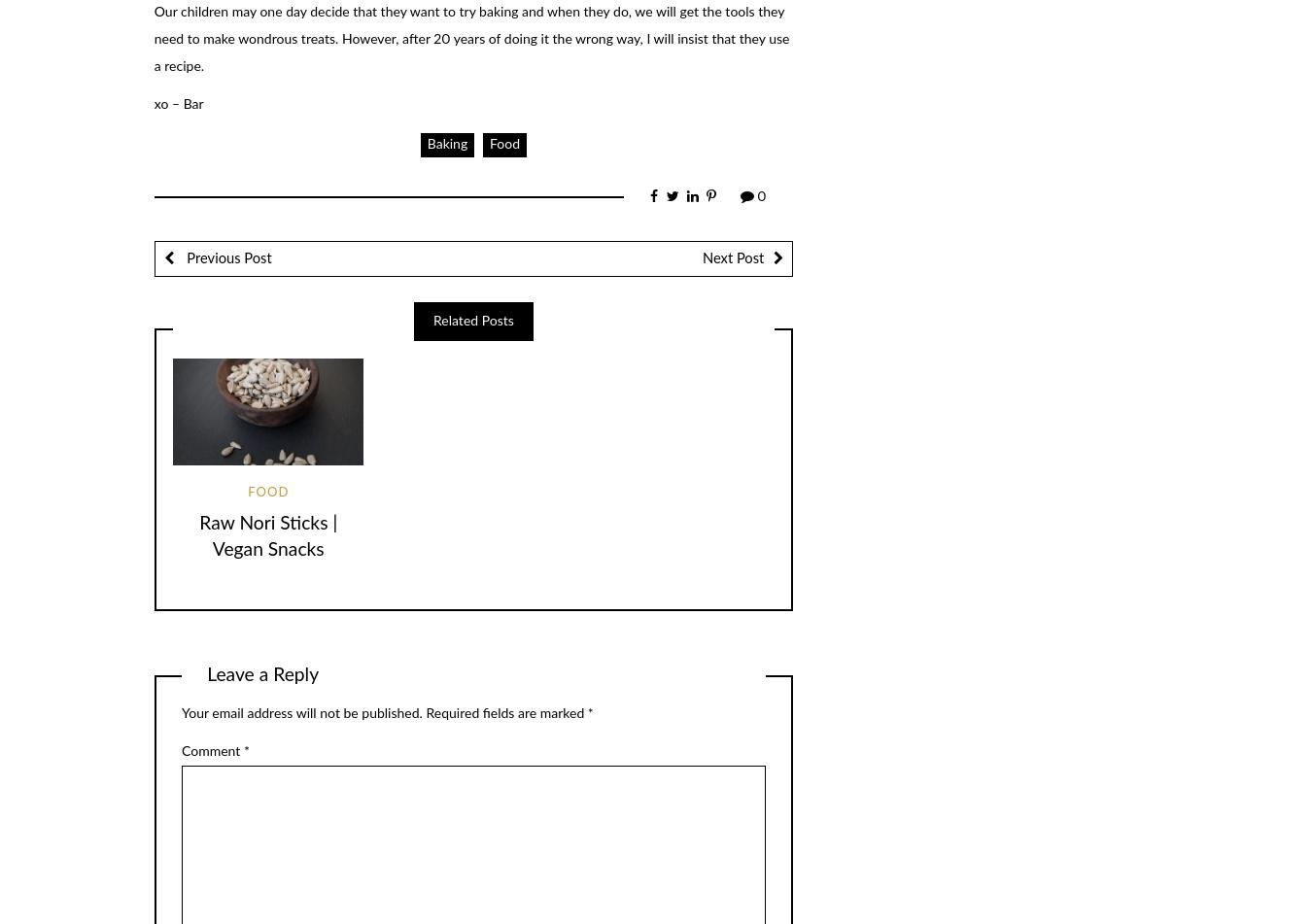  Describe the element at coordinates (731, 257) in the screenshot. I see `'Next Post'` at that location.